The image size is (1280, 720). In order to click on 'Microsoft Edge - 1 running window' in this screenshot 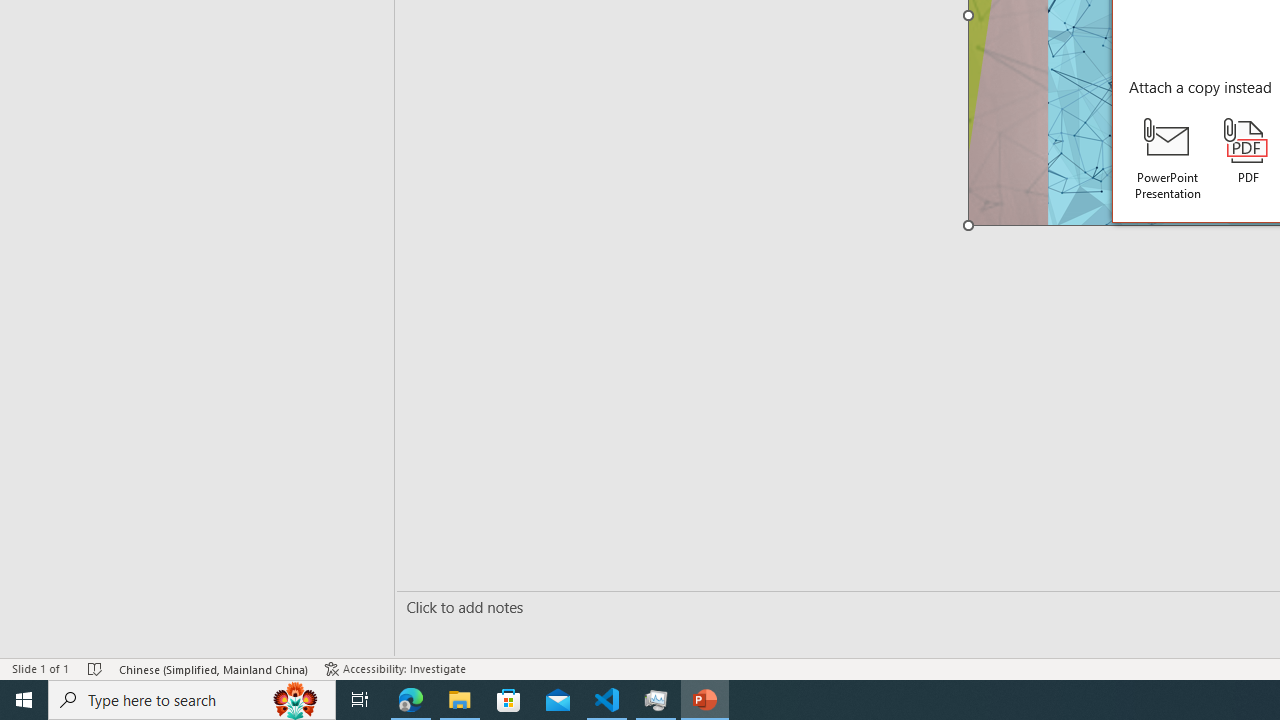, I will do `click(410, 698)`.